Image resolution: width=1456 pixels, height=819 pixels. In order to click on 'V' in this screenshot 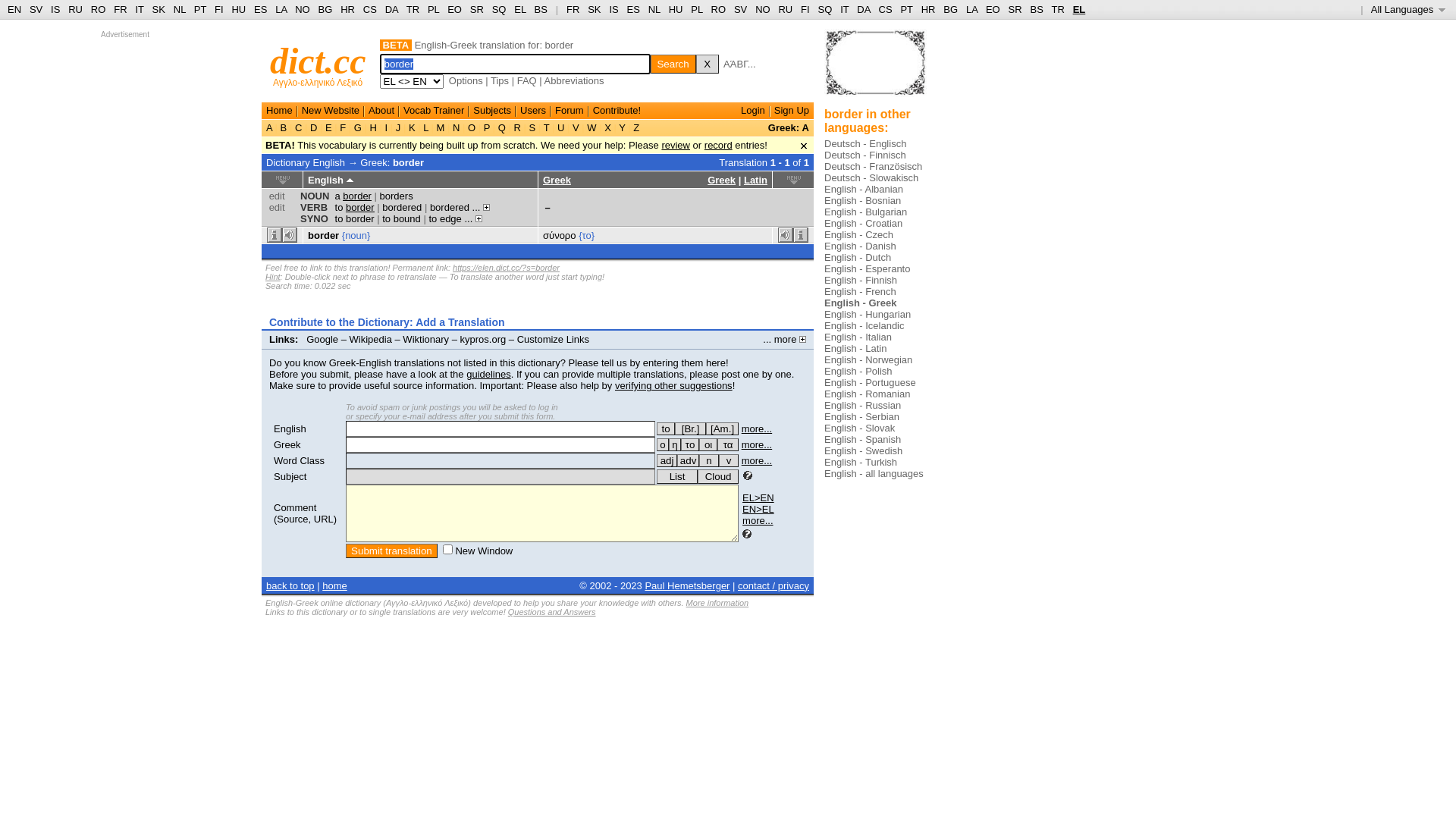, I will do `click(574, 127)`.